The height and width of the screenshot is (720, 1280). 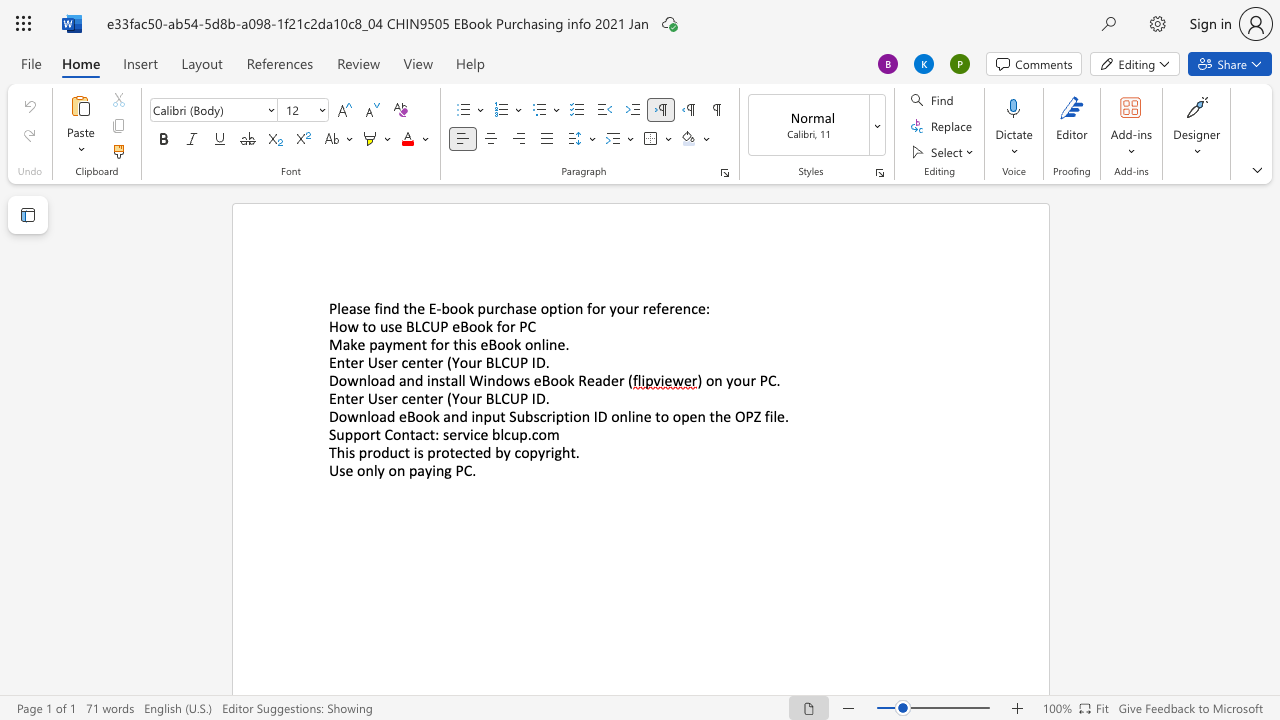 I want to click on the subset text "paying P" within the text "Use only on paying PC.", so click(x=407, y=470).